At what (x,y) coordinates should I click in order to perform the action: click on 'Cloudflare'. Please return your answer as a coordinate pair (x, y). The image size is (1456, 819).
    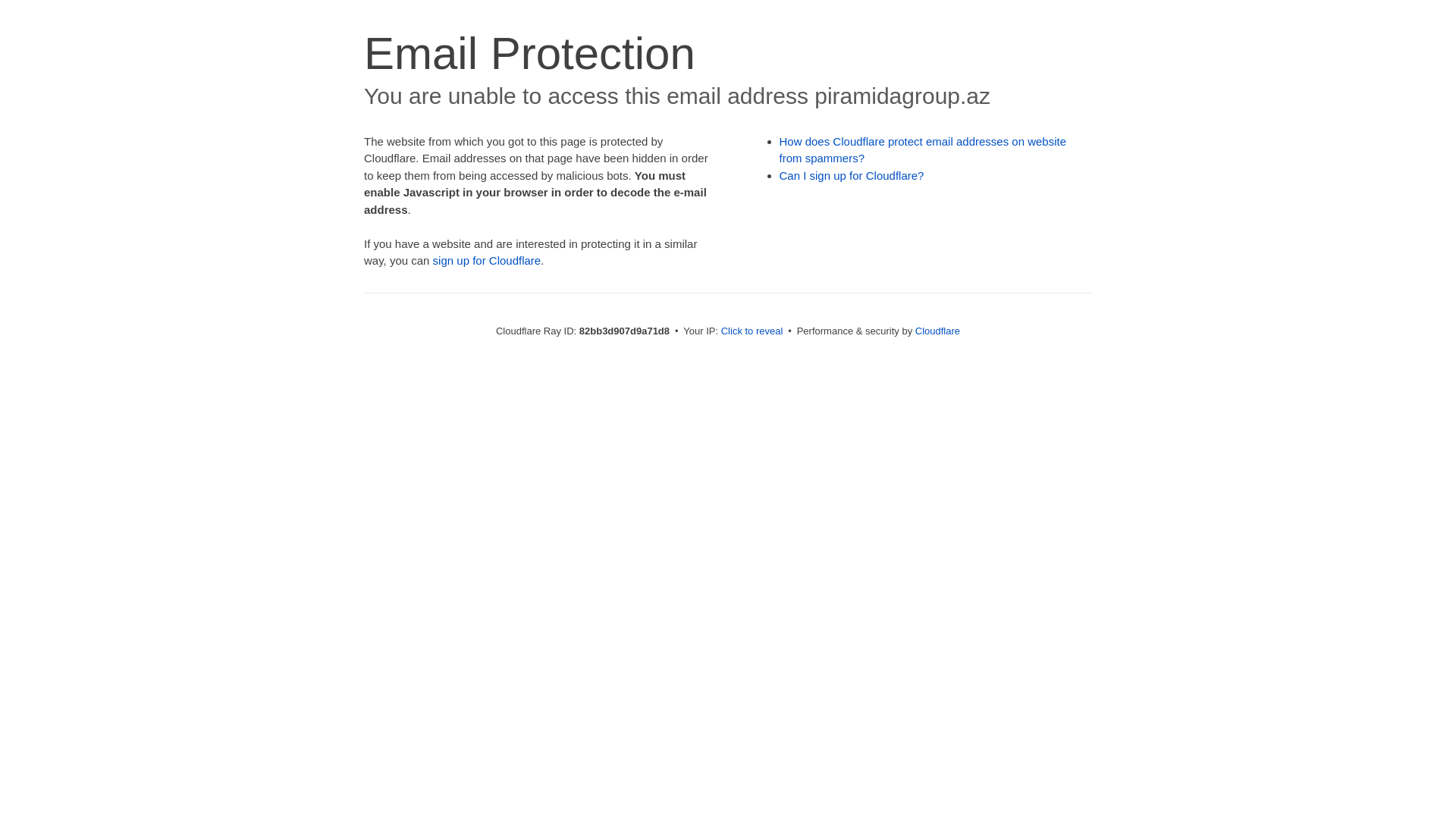
    Looking at the image, I should click on (937, 330).